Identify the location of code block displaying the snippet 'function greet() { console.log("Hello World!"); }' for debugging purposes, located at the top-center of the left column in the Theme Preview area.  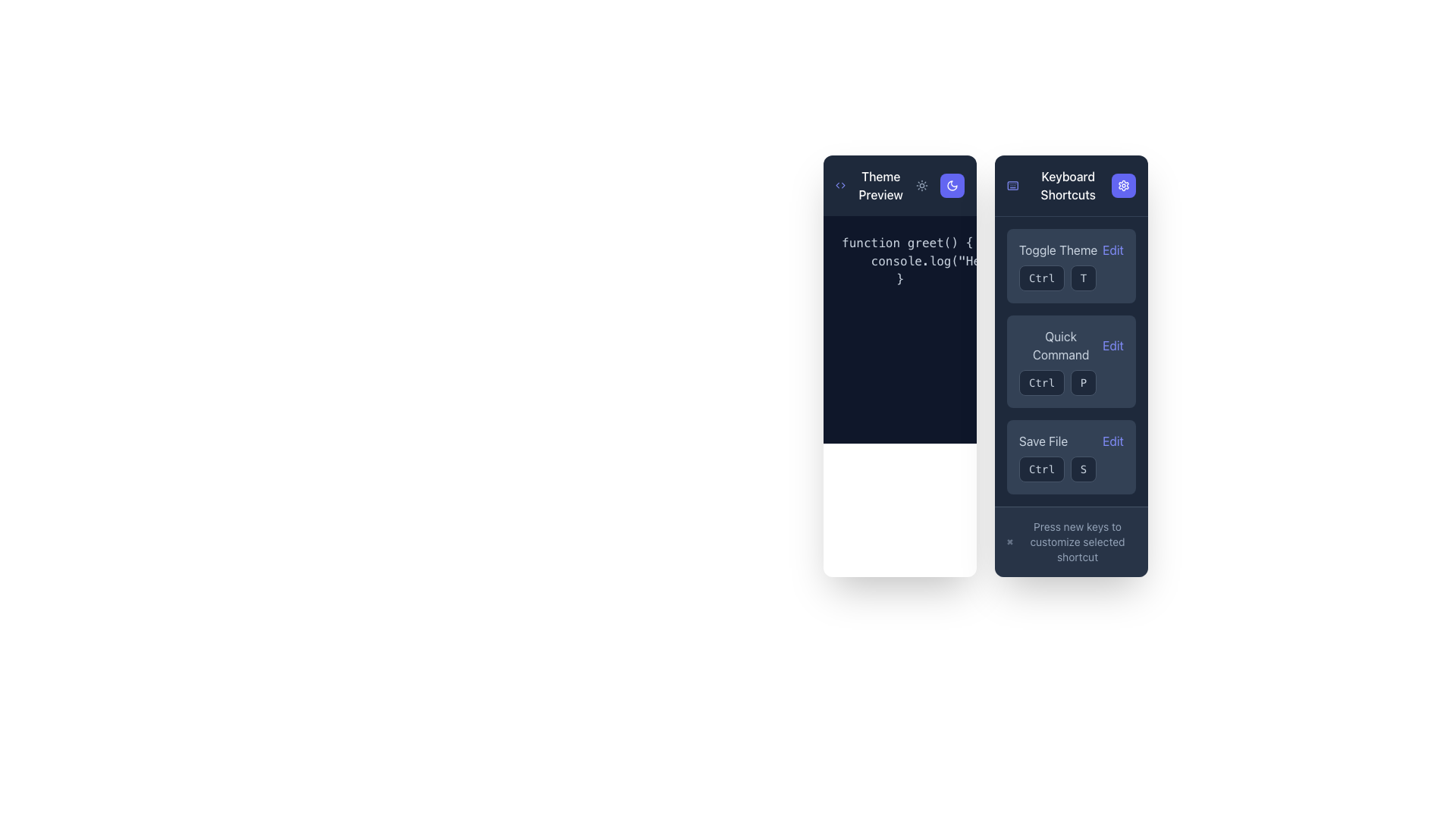
(899, 260).